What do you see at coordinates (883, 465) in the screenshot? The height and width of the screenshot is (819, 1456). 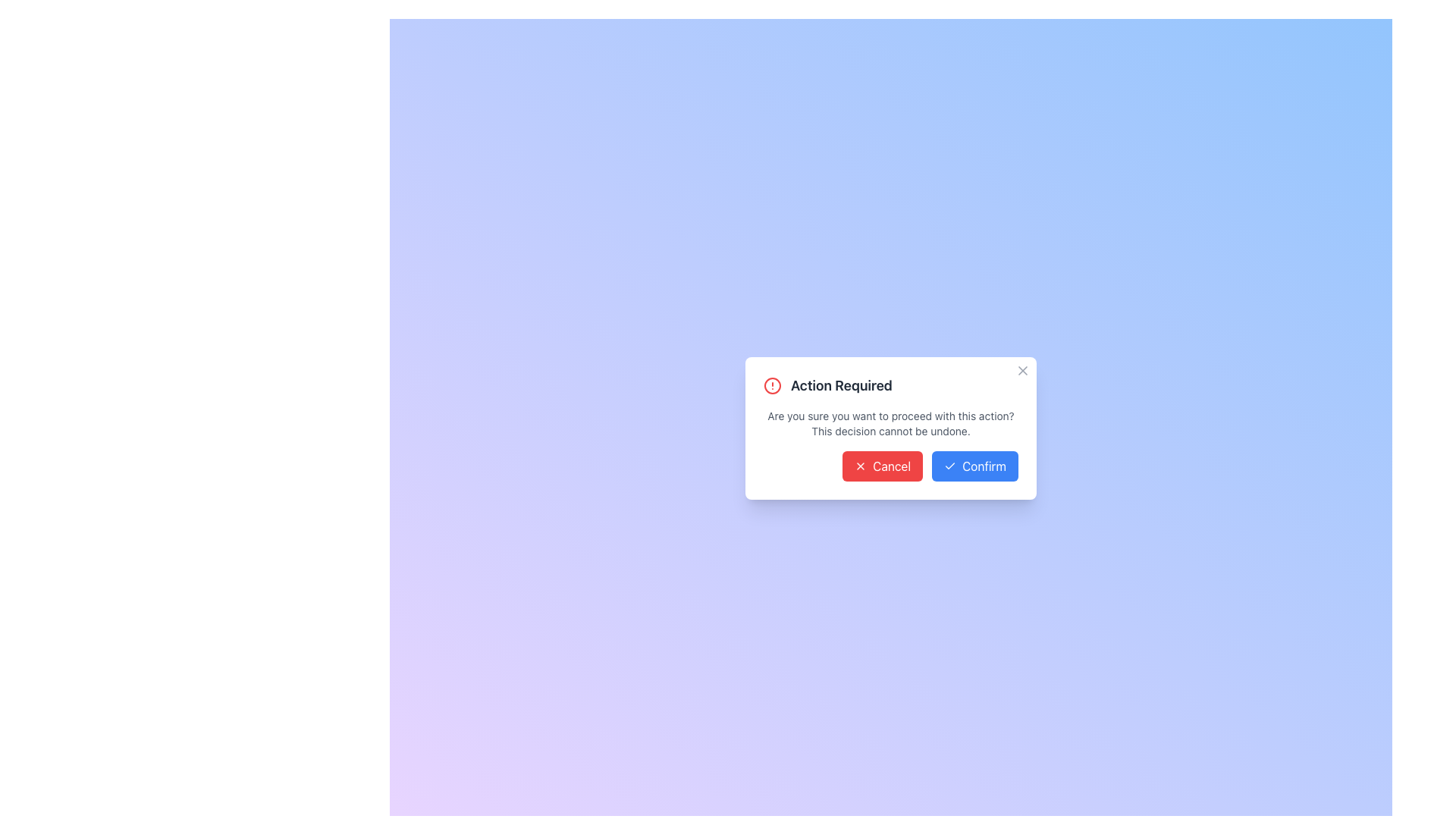 I see `the red 'Cancel' button with rounded corners, which has a white text label and a small 'X' icon on its left` at bounding box center [883, 465].